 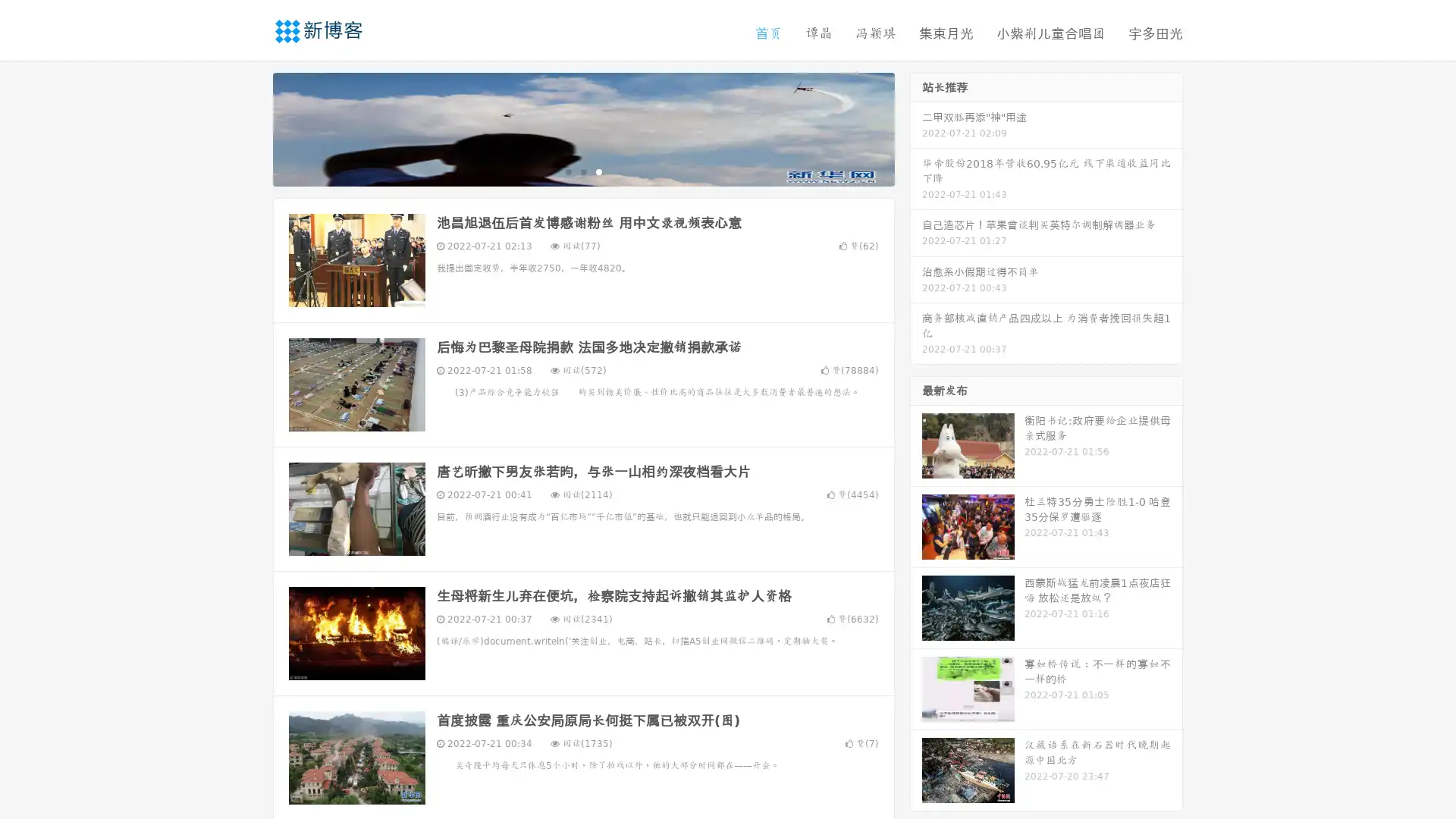 I want to click on Go to slide 1, so click(x=567, y=171).